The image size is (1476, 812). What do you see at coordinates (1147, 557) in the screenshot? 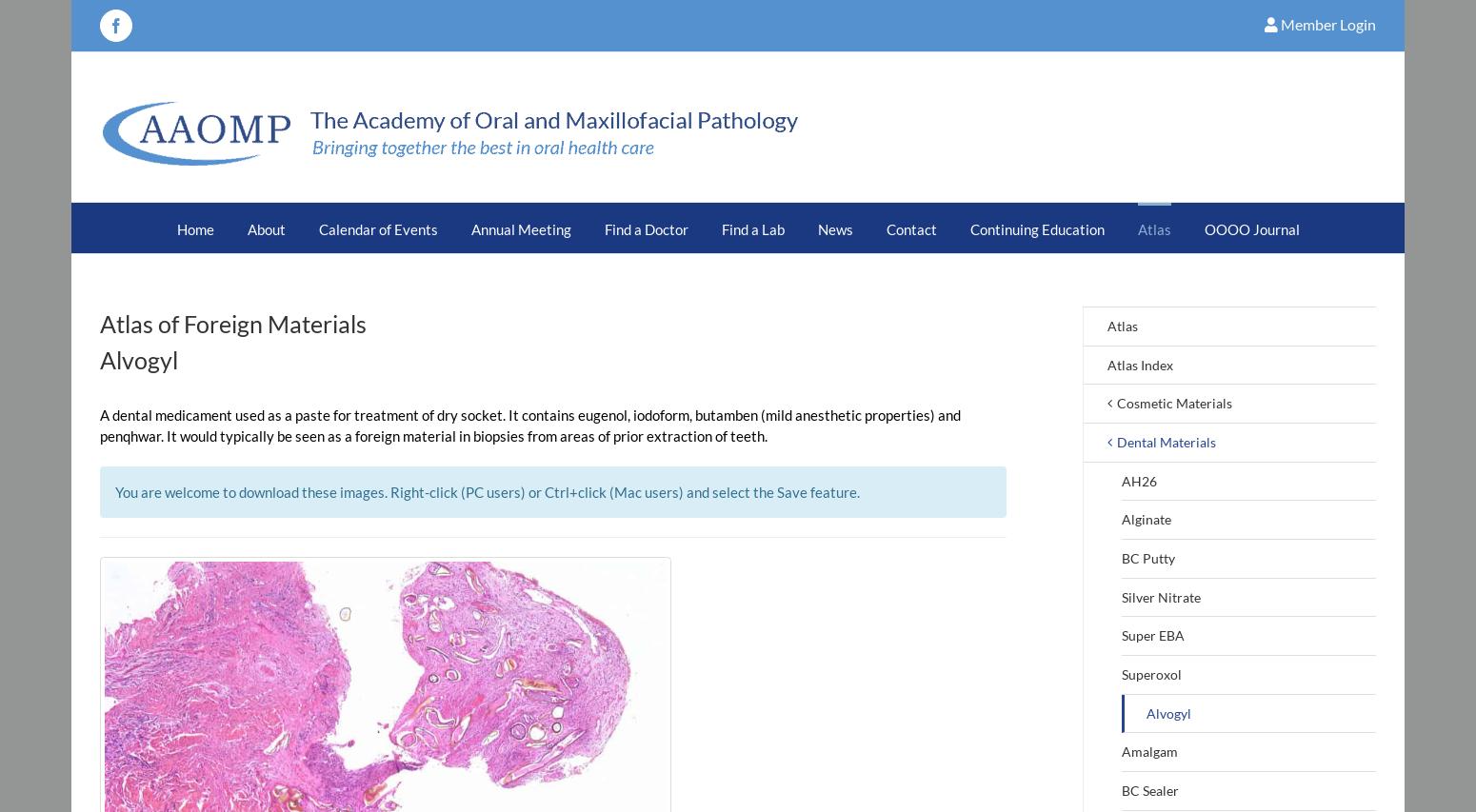
I see `'BC Putty'` at bounding box center [1147, 557].